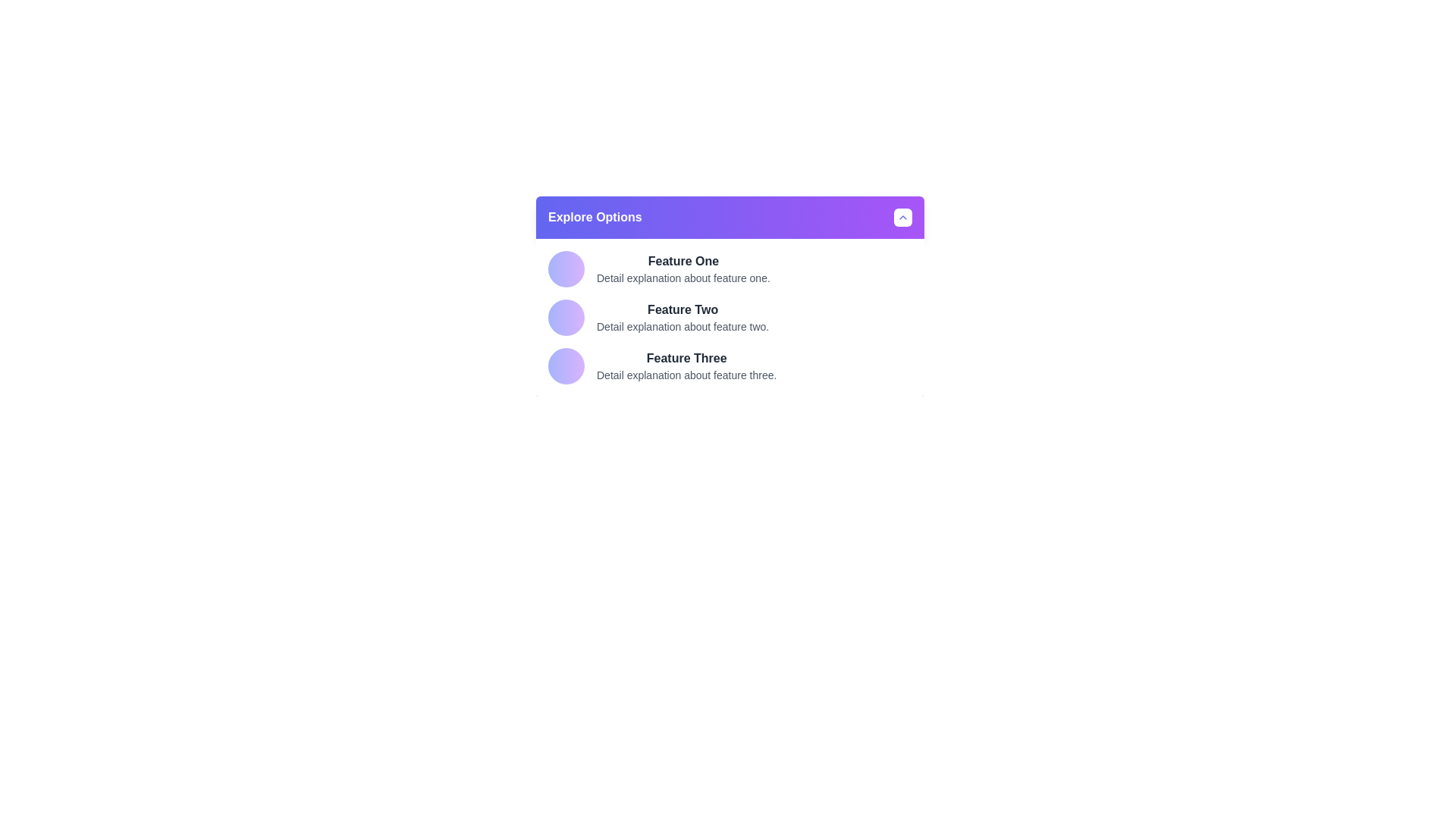 This screenshot has width=1456, height=819. What do you see at coordinates (902, 217) in the screenshot?
I see `the upward-pointing chevron icon located in the upper-right corner of the interface` at bounding box center [902, 217].